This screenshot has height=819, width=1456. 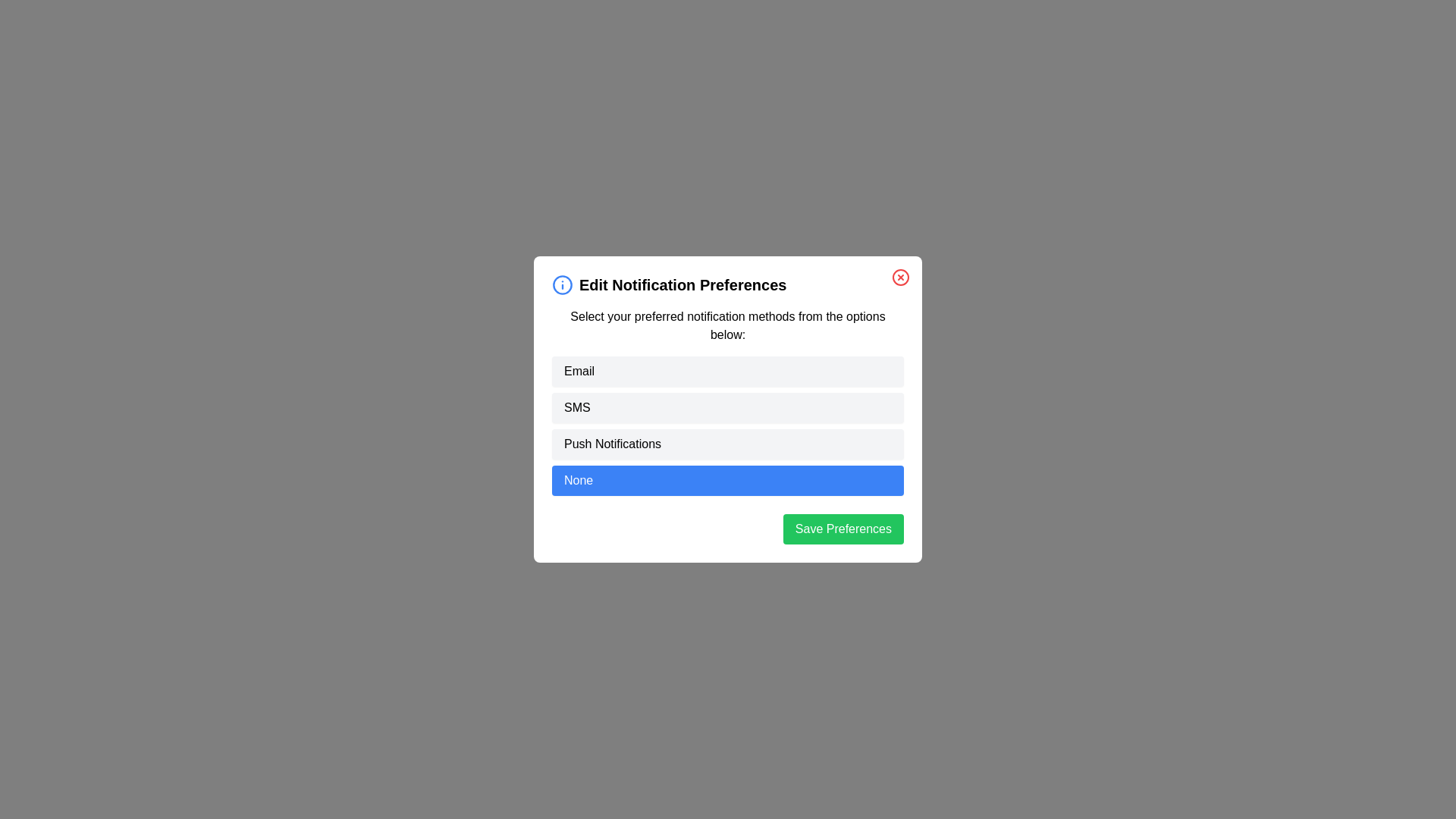 I want to click on 'Save Preferences' button to save the selected notification preference, so click(x=843, y=529).